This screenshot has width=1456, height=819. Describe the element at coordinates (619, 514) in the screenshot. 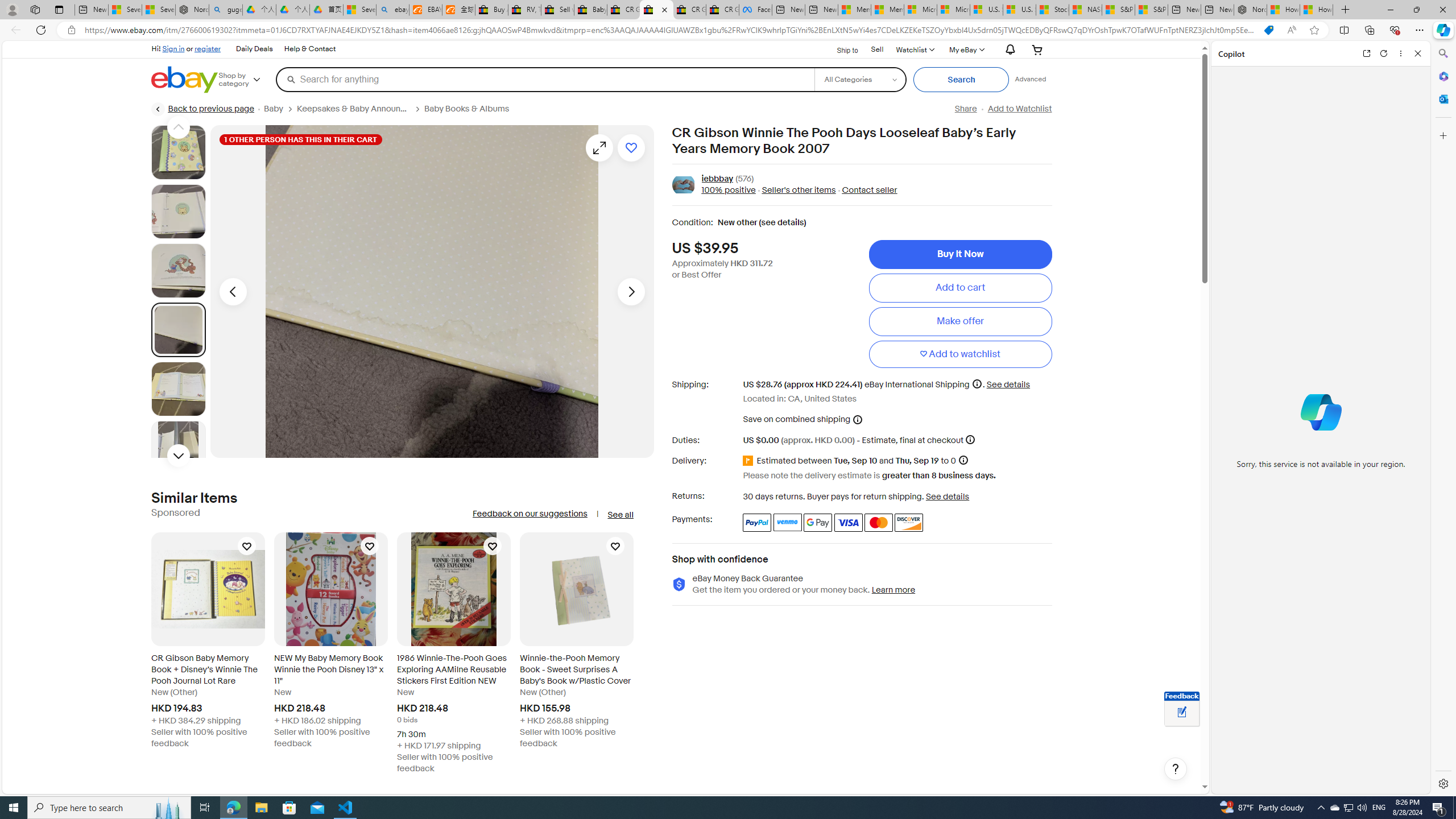

I see `'See all'` at that location.